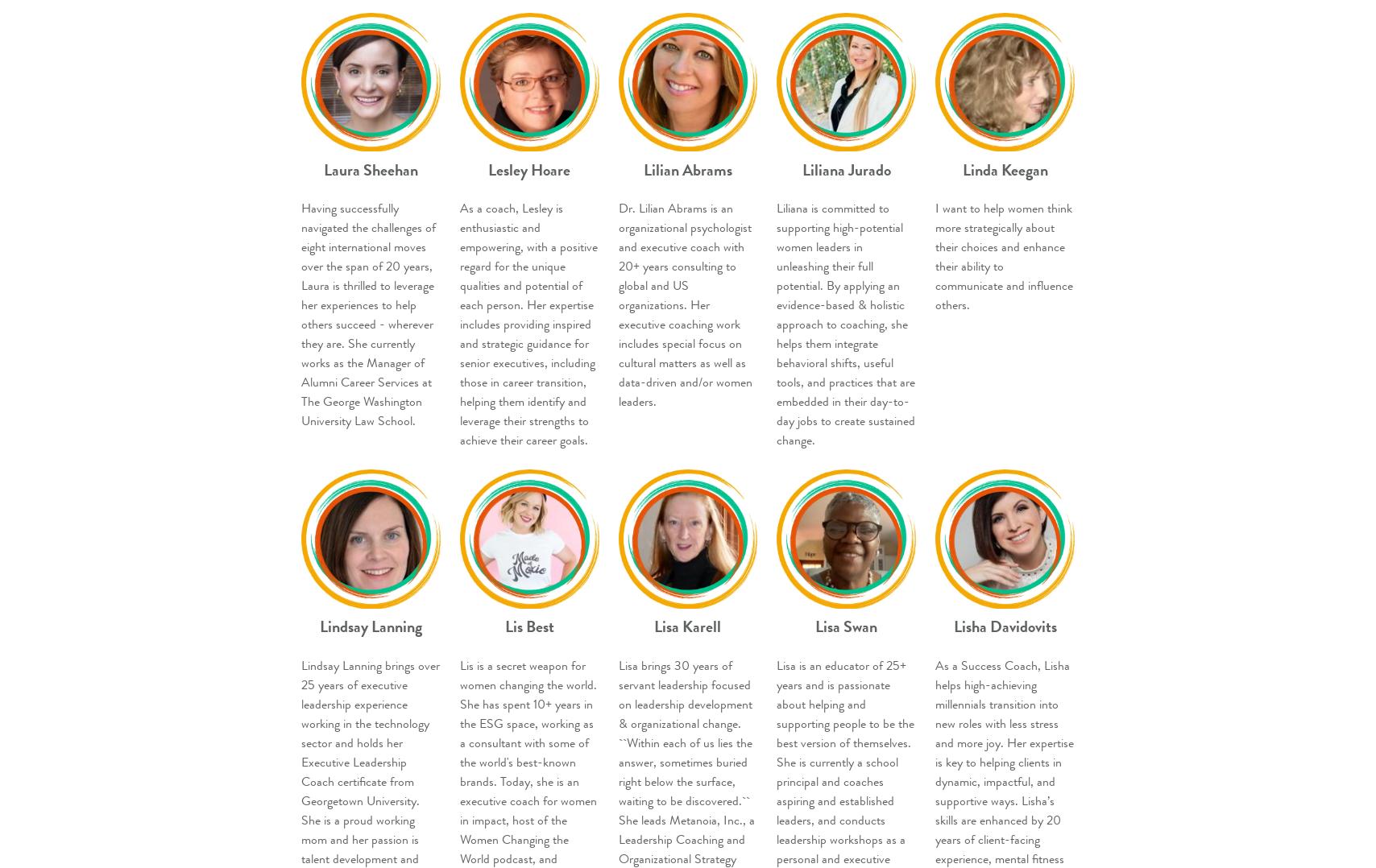 This screenshot has width=1376, height=868. Describe the element at coordinates (1005, 169) in the screenshot. I see `'Linda Keegan'` at that location.